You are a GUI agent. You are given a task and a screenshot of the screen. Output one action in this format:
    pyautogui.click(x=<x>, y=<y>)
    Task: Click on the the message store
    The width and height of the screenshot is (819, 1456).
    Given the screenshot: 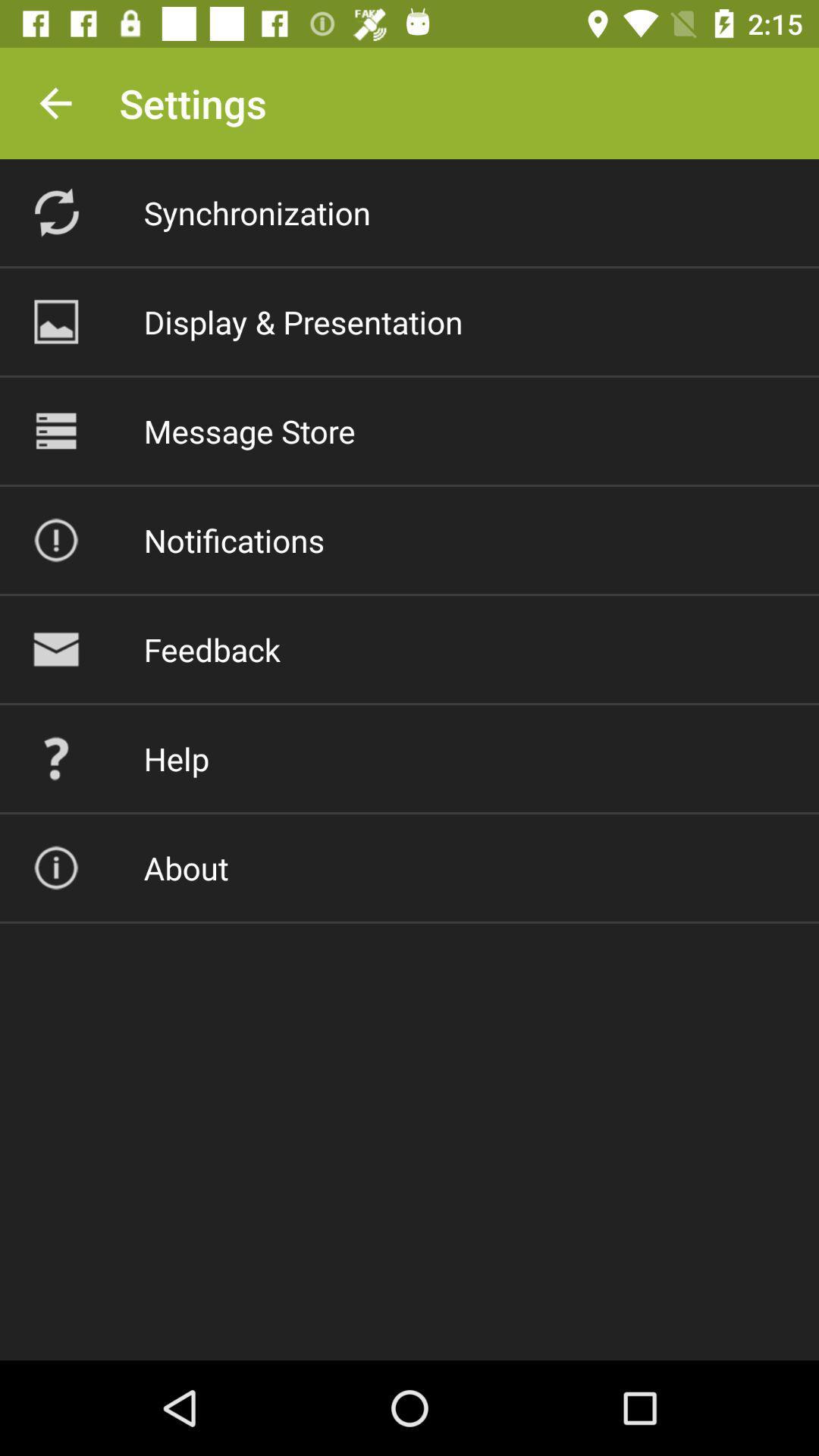 What is the action you would take?
    pyautogui.click(x=249, y=430)
    